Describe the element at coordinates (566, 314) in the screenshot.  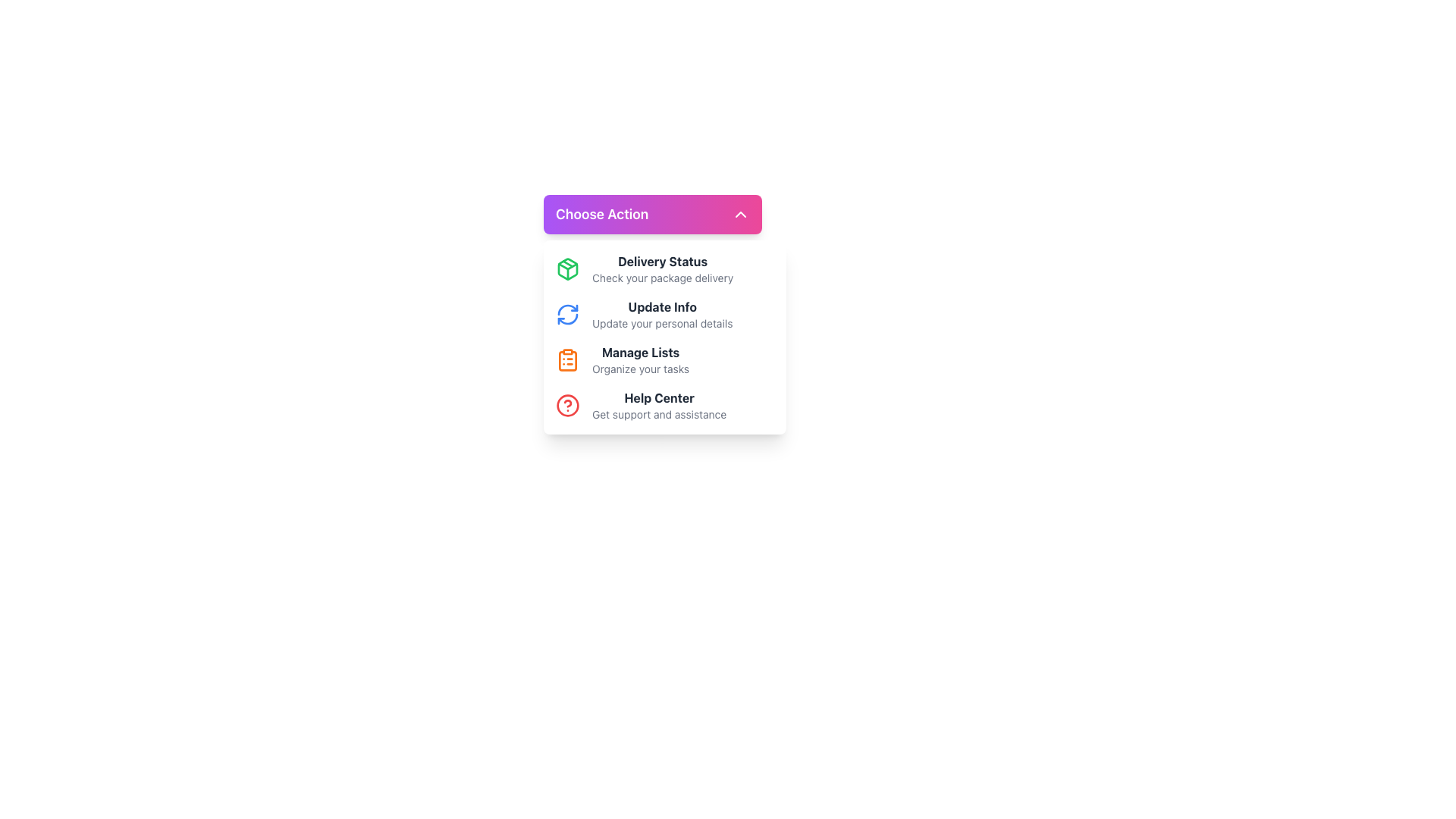
I see `the circular blue refresh icon located next to the 'Update Info' text to initiate interaction` at that location.